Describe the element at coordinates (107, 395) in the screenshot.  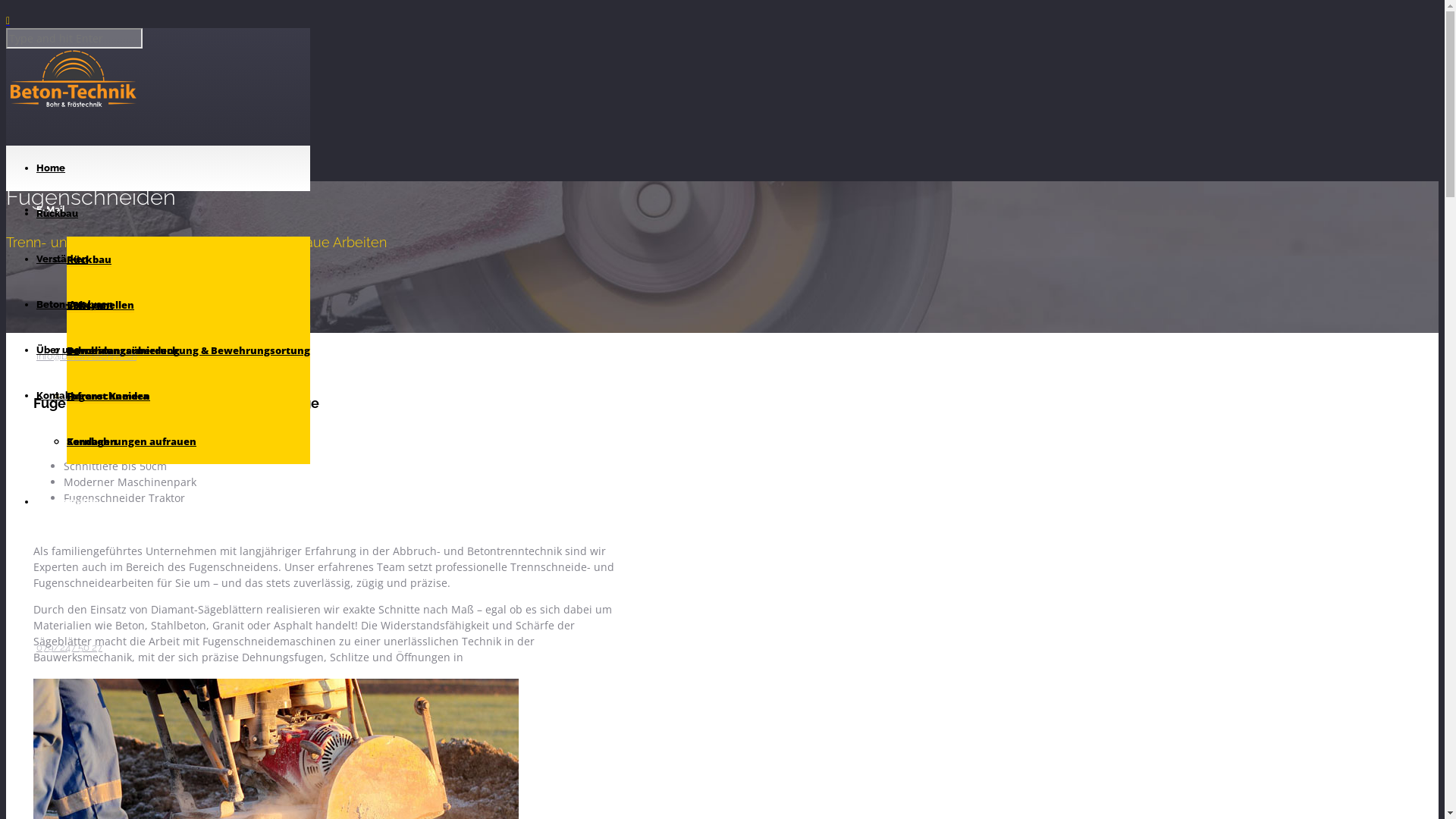
I see `'Infrarot Kamera'` at that location.